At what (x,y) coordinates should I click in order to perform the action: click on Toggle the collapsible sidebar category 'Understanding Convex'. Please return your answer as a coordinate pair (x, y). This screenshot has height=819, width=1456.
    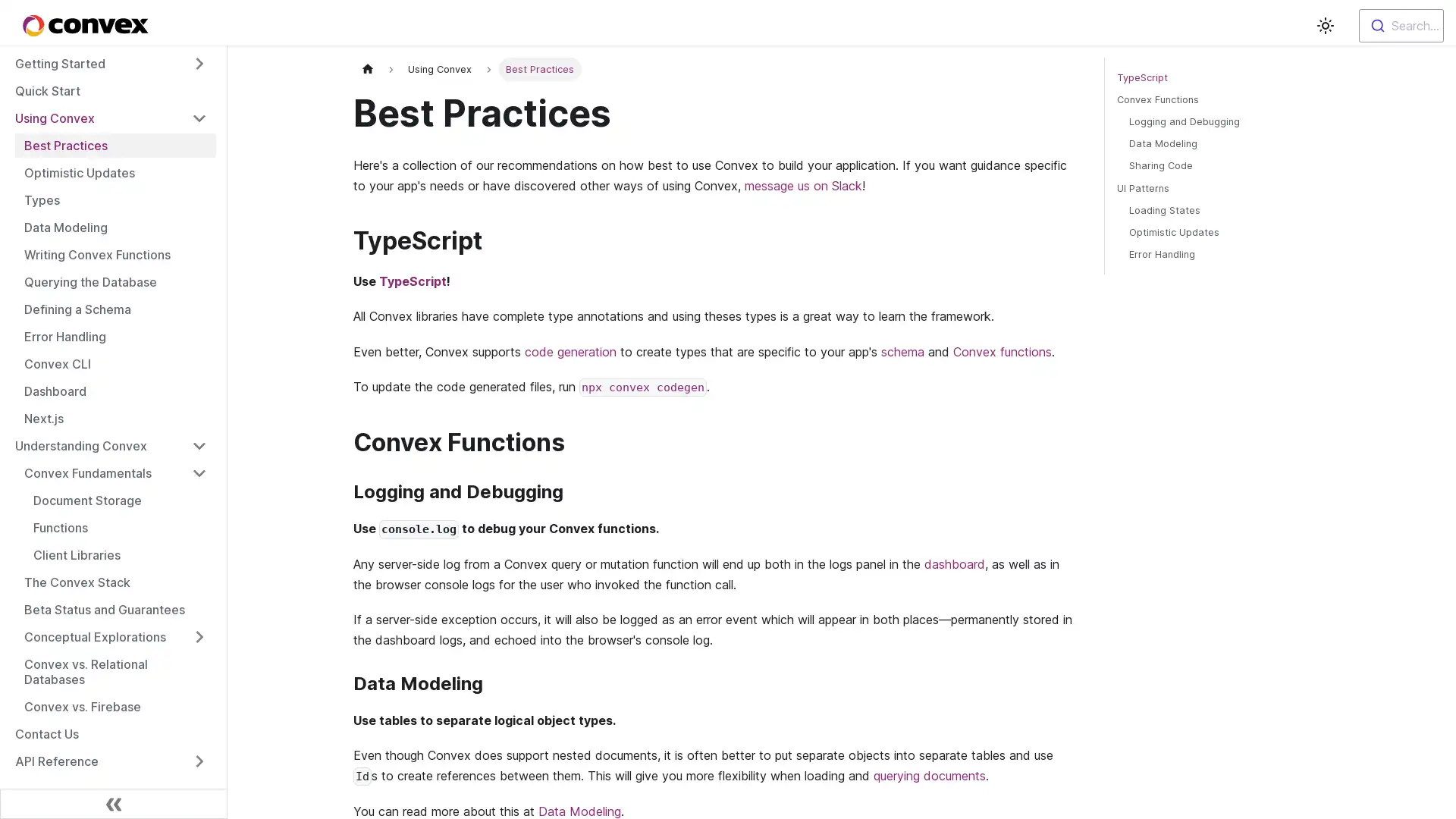
    Looking at the image, I should click on (199, 444).